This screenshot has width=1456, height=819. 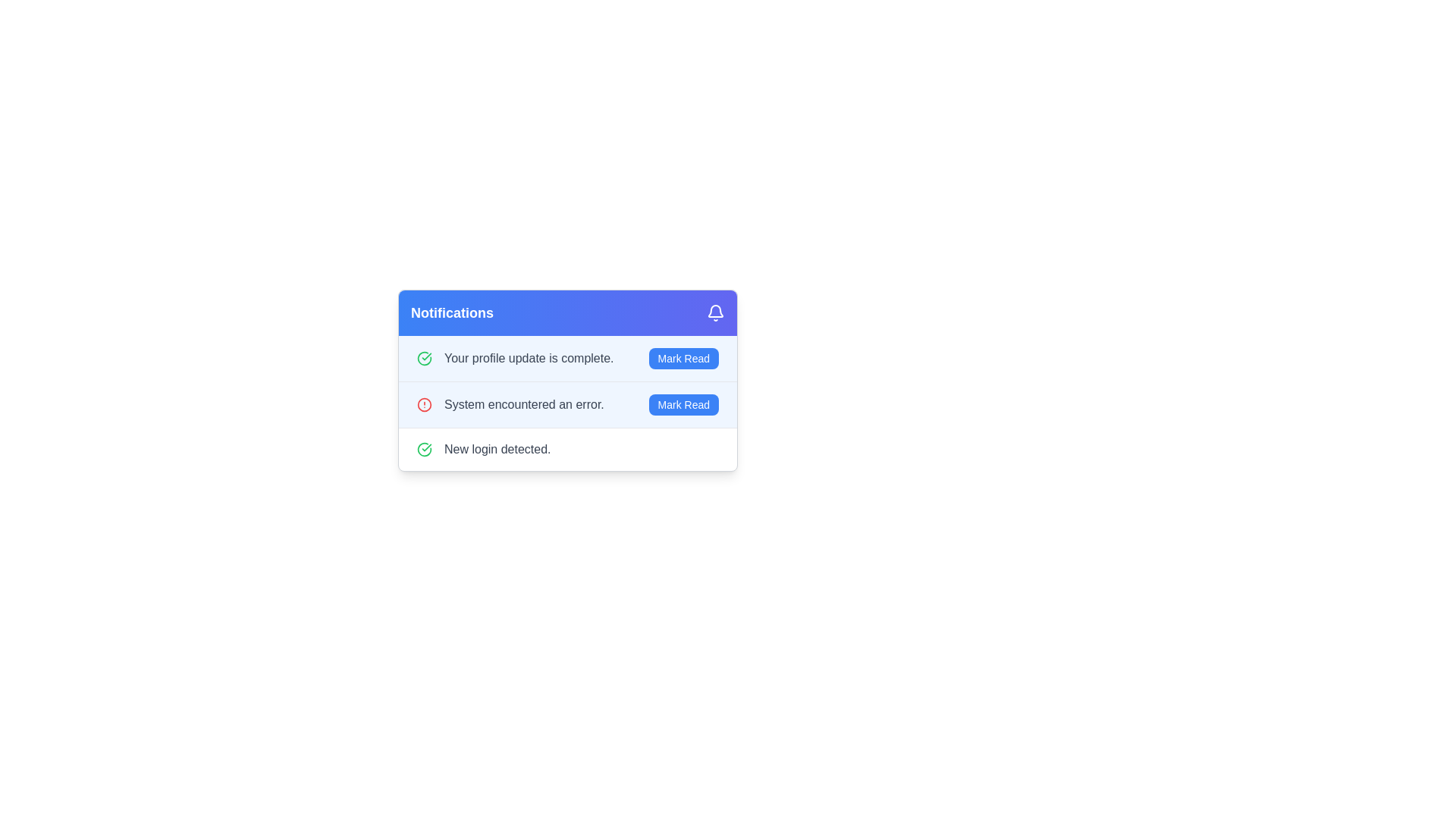 I want to click on the third notification item in the notifications panel that alerts the user about a new login detection, so click(x=483, y=449).